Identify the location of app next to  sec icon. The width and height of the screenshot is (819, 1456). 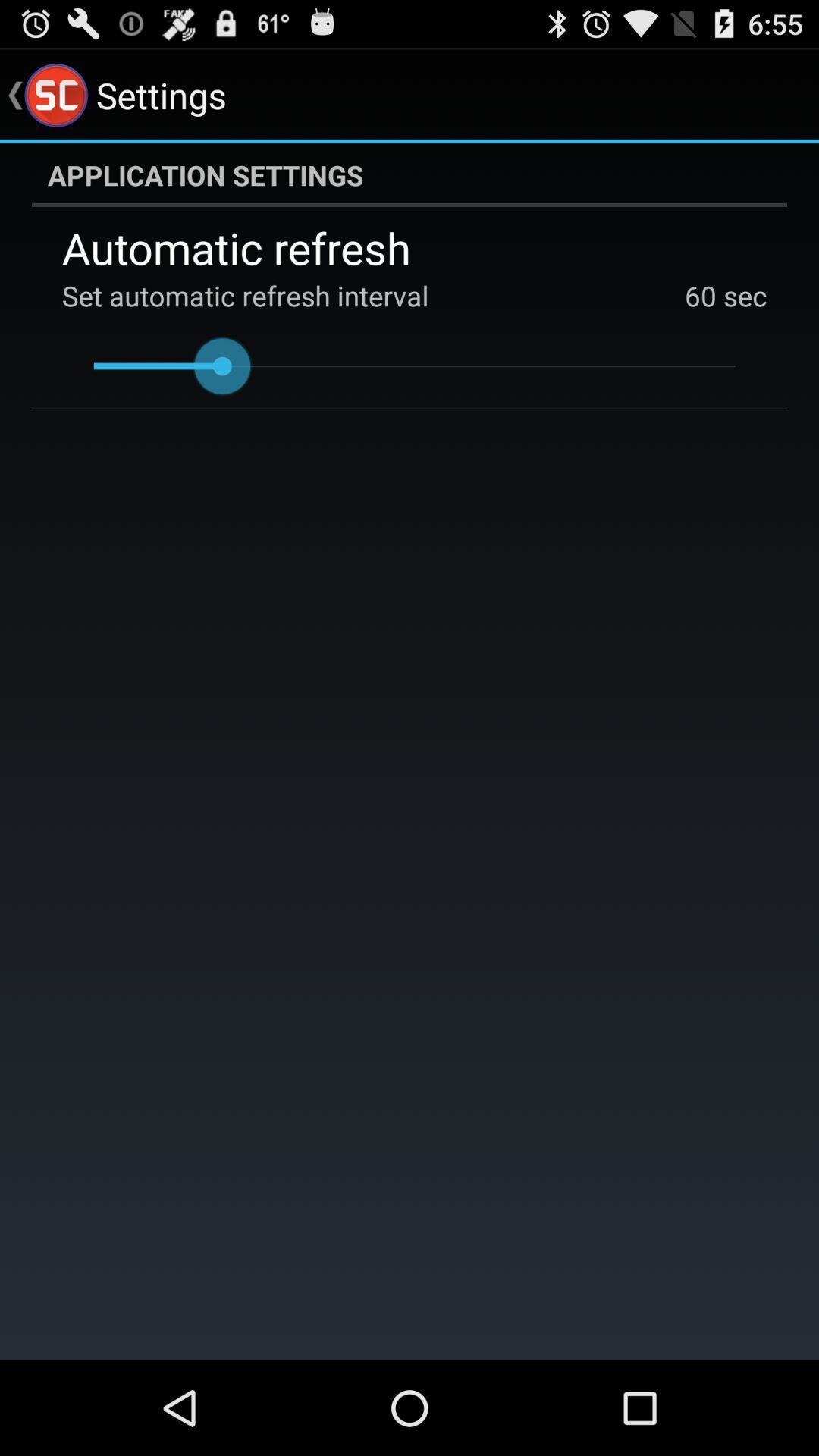
(701, 295).